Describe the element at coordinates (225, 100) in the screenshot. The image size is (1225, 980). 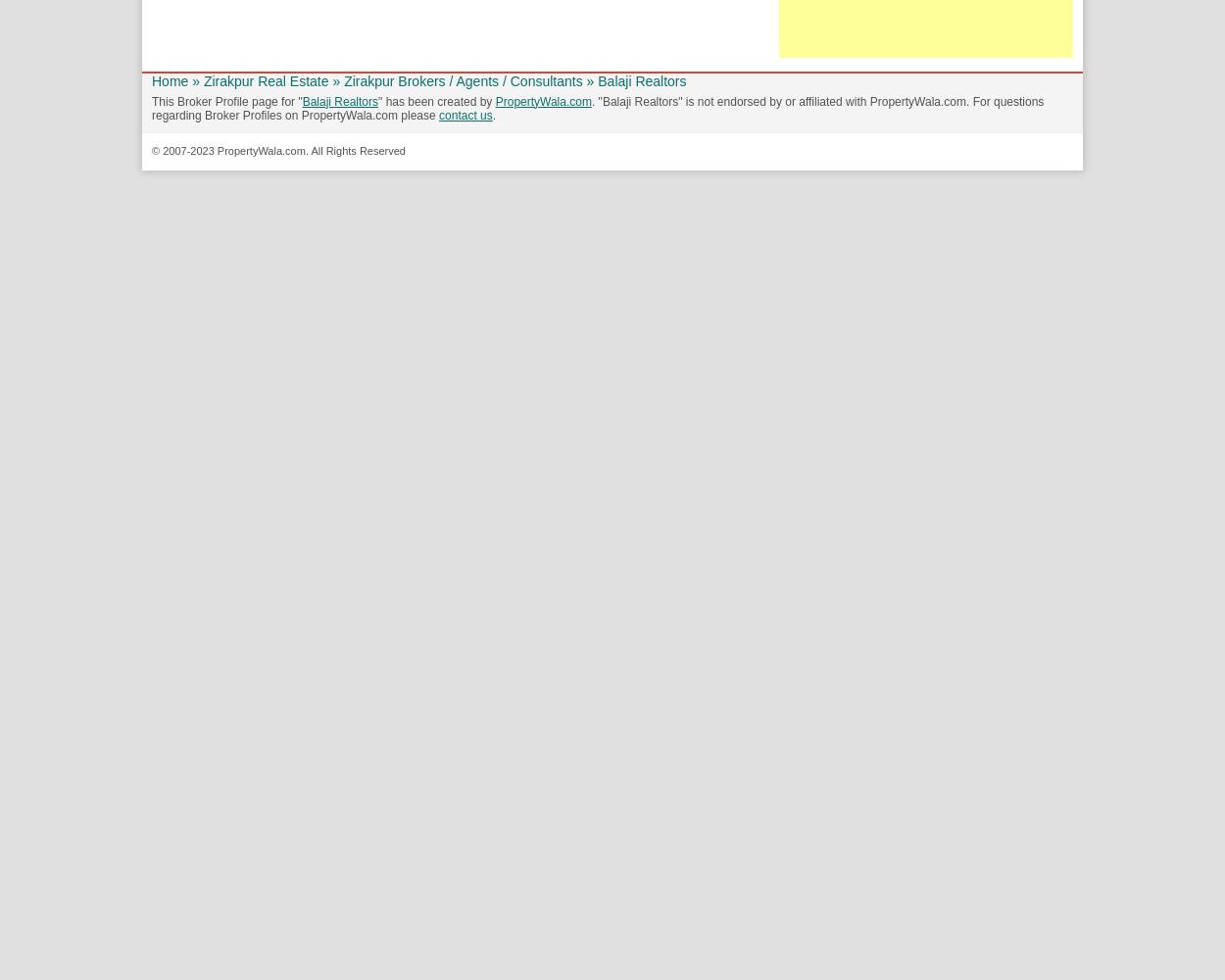
I see `'This
                Broker
                Profile page for "'` at that location.